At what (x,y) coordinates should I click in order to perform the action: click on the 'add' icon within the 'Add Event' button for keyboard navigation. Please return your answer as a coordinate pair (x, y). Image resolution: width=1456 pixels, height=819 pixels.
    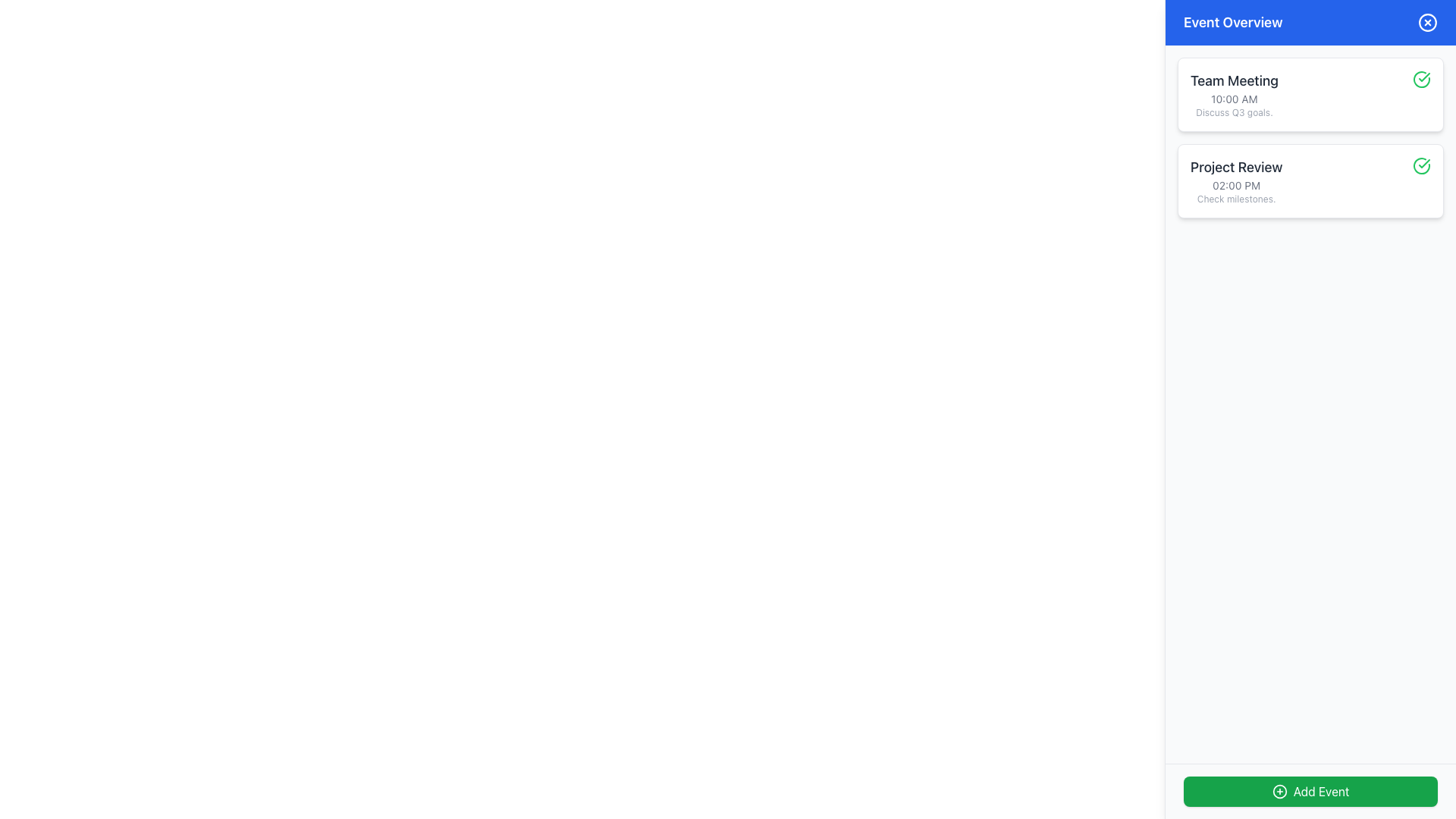
    Looking at the image, I should click on (1279, 791).